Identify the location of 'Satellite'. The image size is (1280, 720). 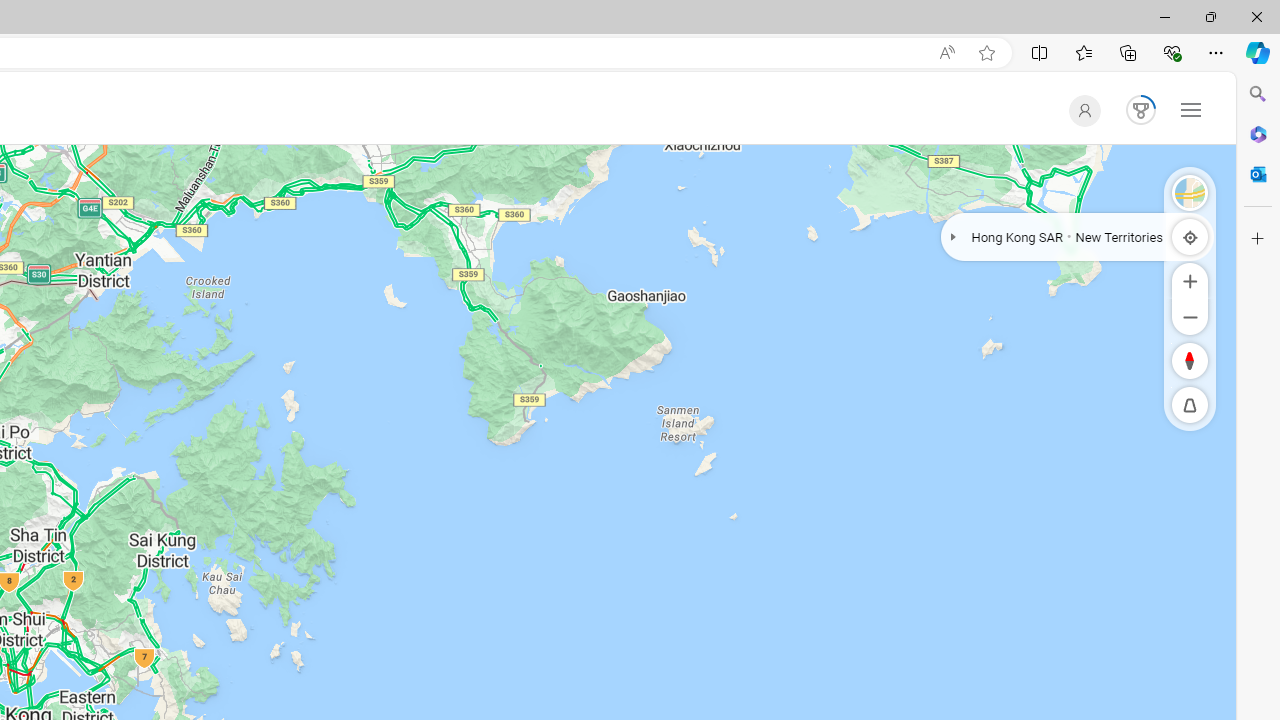
(1190, 192).